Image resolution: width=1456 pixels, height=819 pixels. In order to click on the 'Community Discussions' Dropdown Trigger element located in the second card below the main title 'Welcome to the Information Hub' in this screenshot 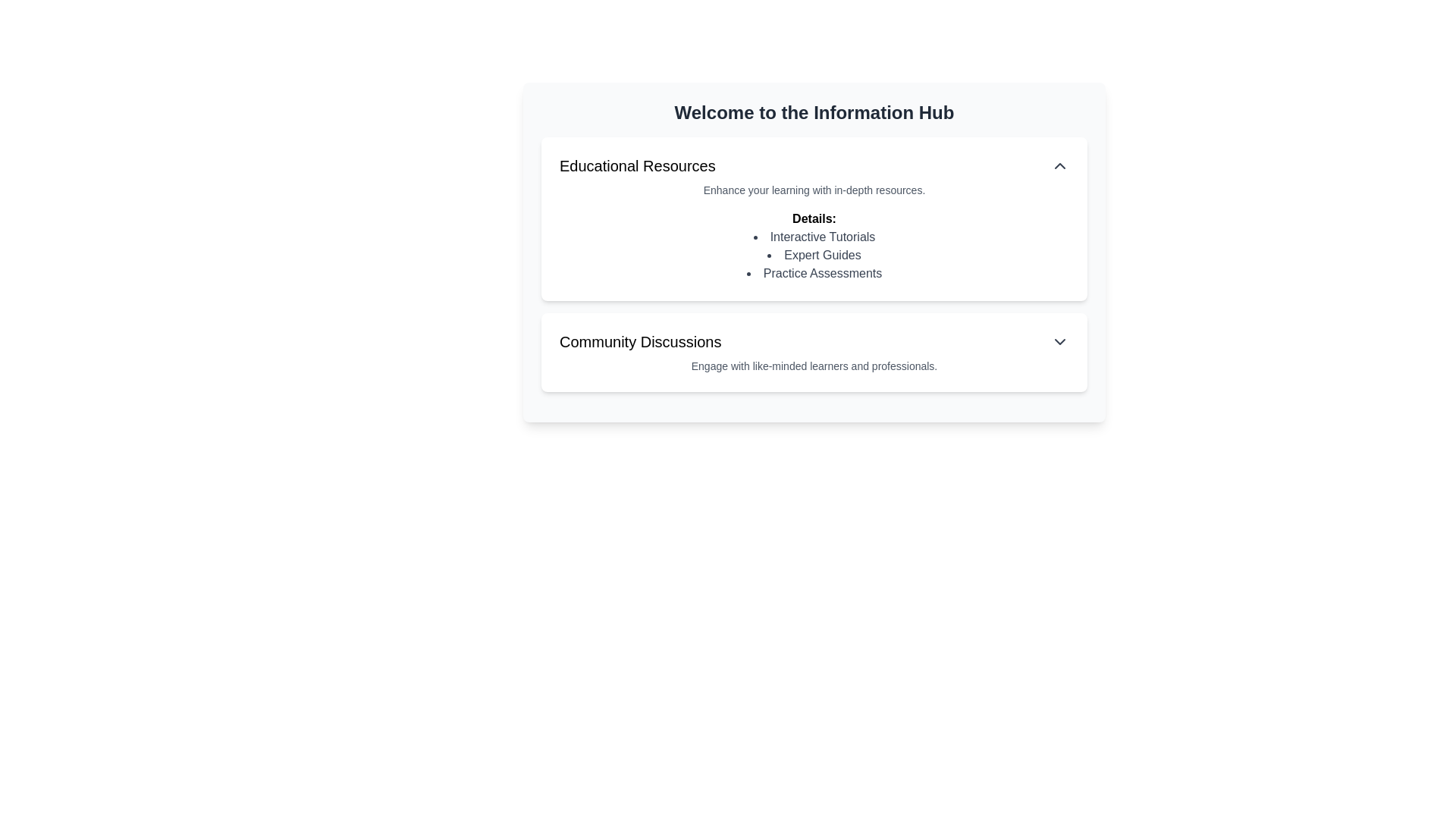, I will do `click(814, 342)`.